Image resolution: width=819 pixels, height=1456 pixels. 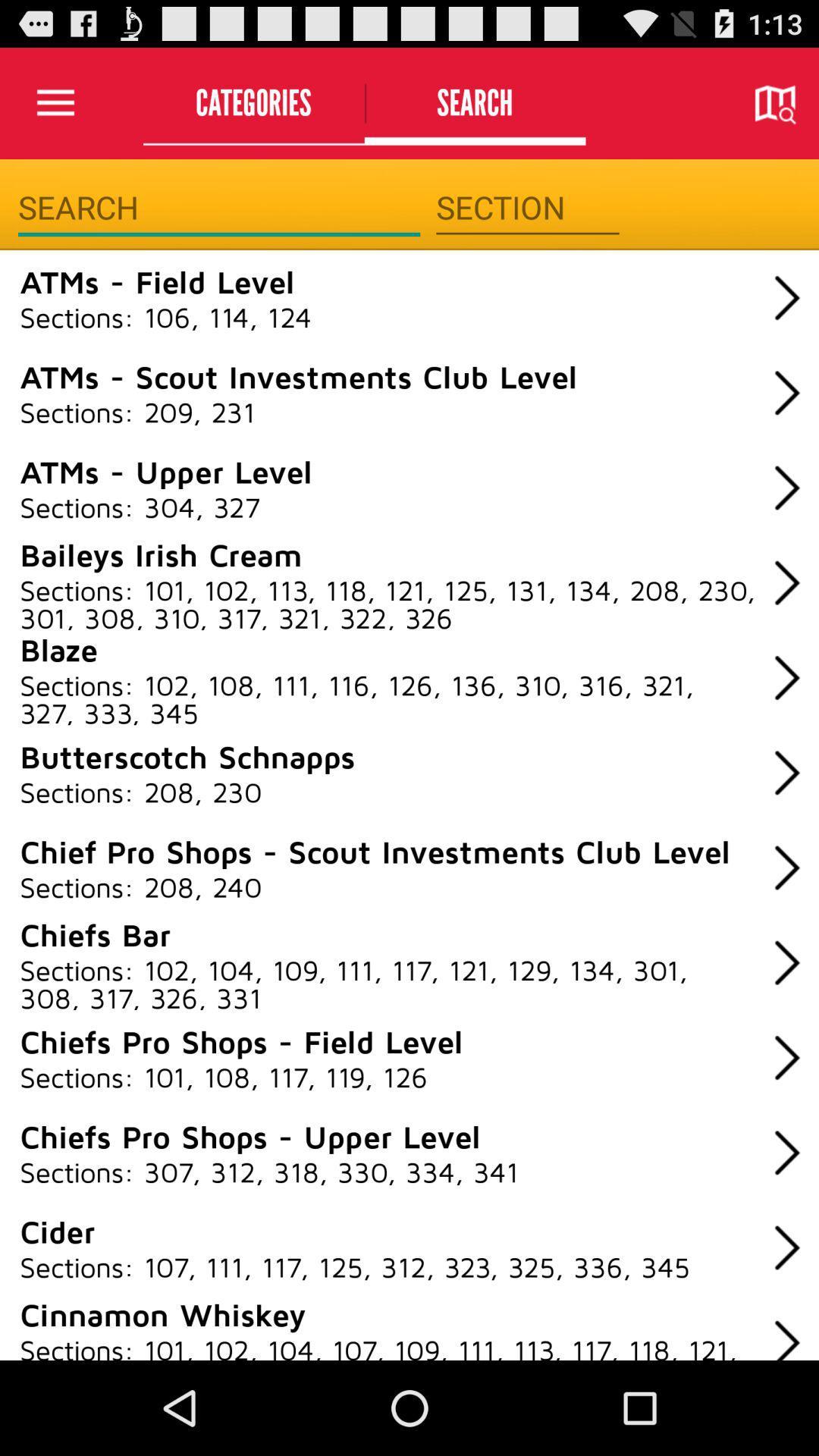 I want to click on search for the club sections, so click(x=219, y=207).